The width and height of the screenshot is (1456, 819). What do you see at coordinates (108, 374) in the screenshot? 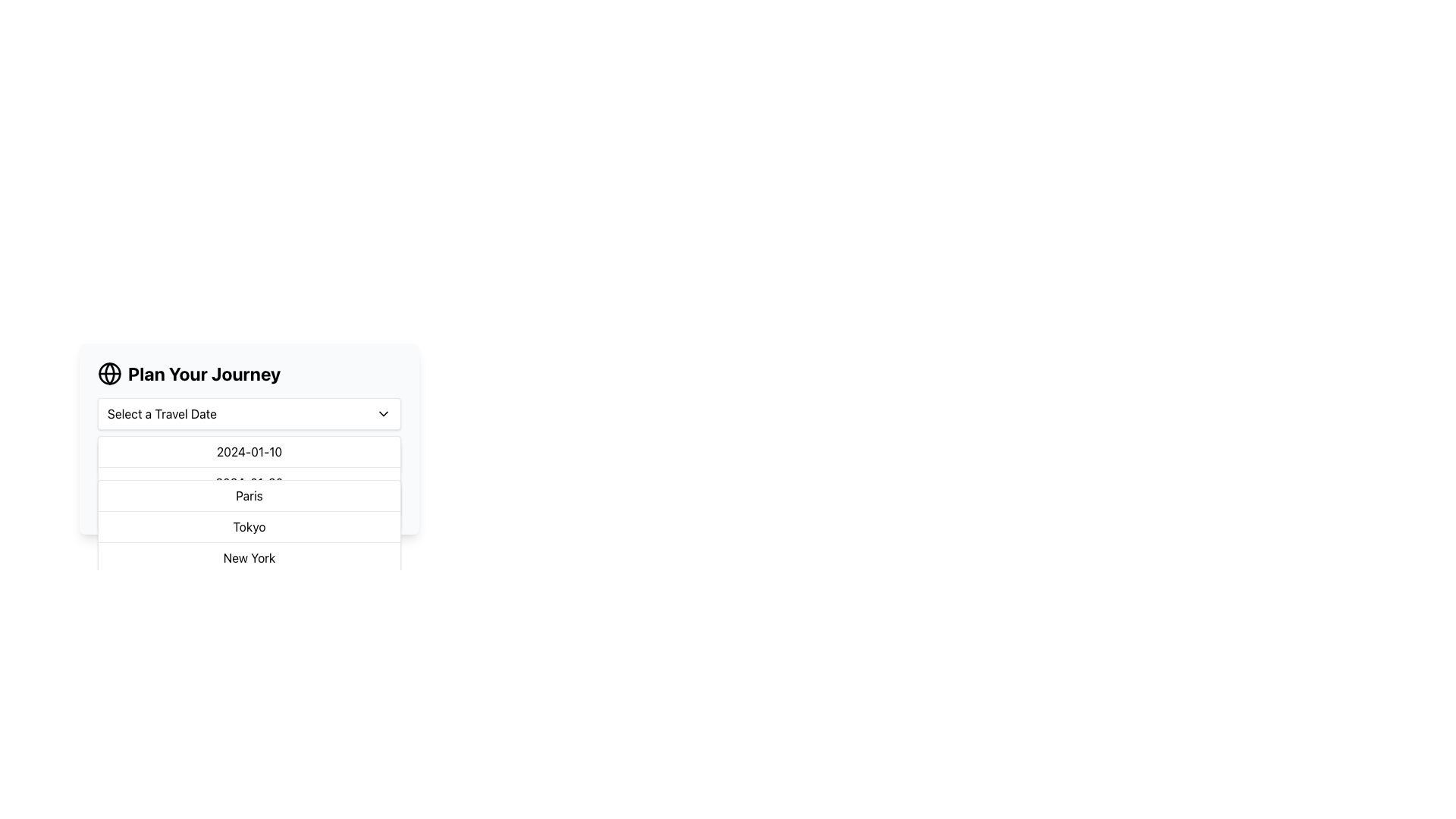
I see `the decorative icon representing global travel planning, located to the left of the text 'Plan Your Journey'` at bounding box center [108, 374].